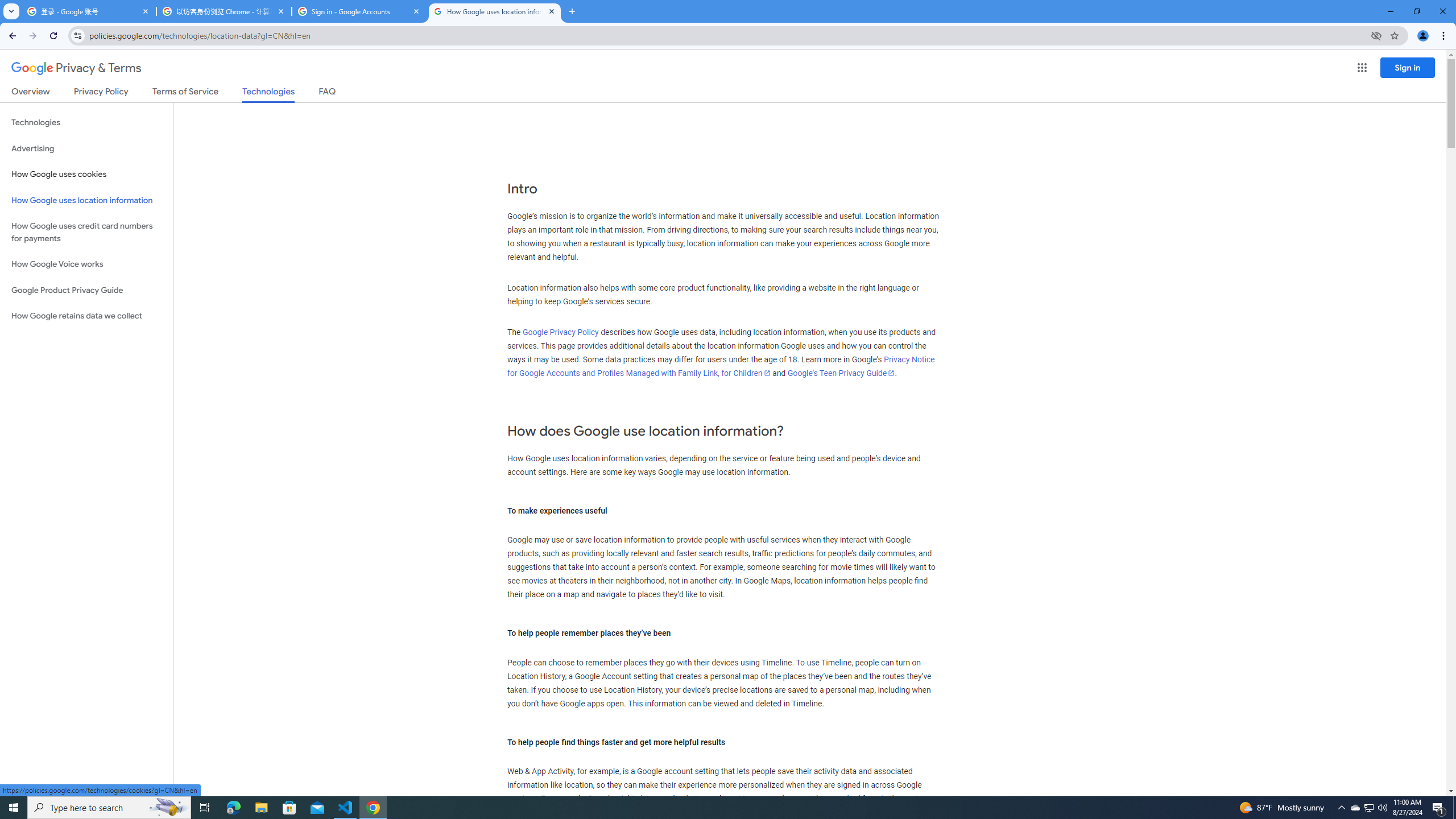 Image resolution: width=1456 pixels, height=819 pixels. What do you see at coordinates (86, 289) in the screenshot?
I see `'Google Product Privacy Guide'` at bounding box center [86, 289].